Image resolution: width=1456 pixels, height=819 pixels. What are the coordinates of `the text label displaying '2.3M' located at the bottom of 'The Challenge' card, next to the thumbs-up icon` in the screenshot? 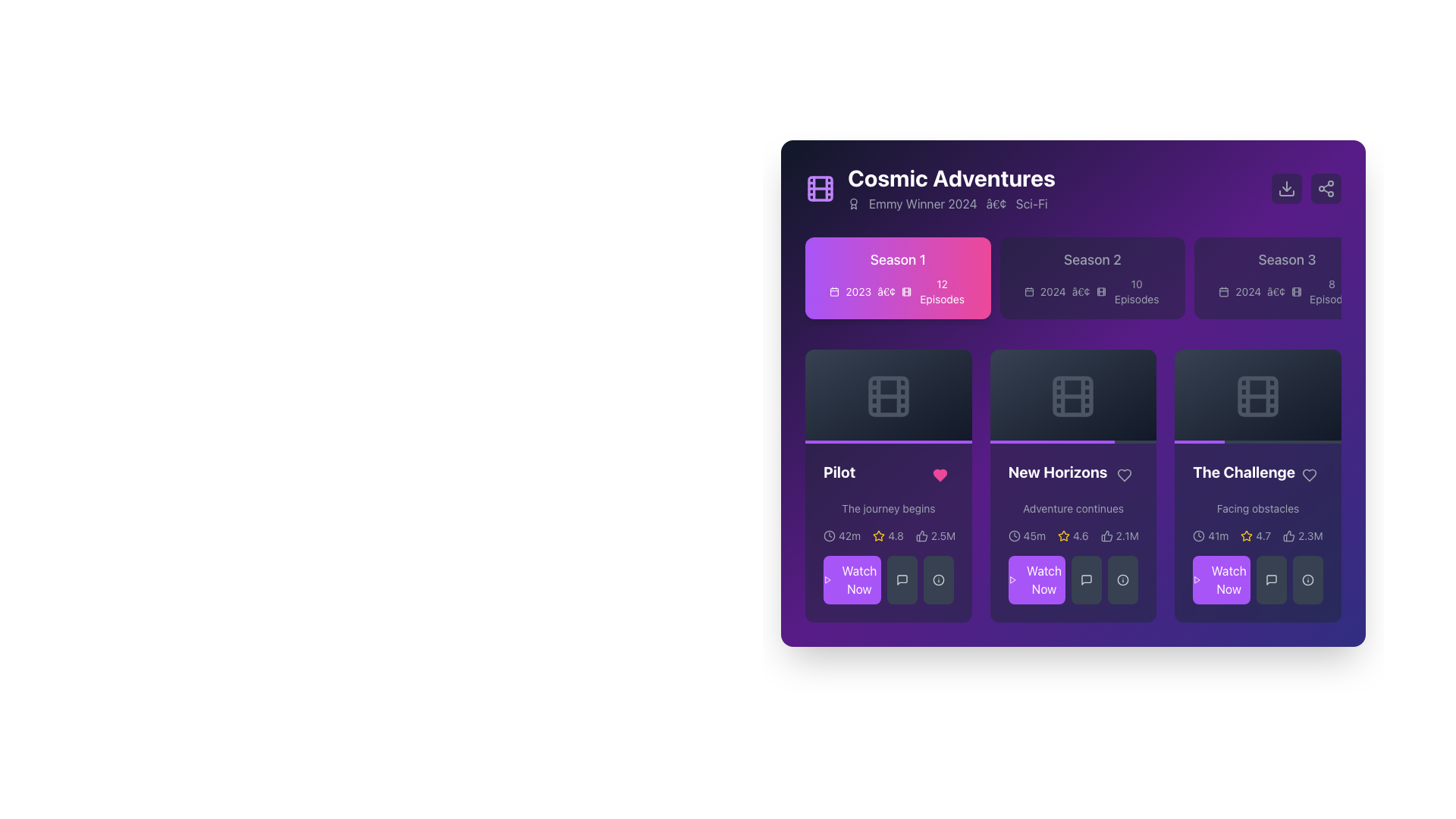 It's located at (1310, 535).